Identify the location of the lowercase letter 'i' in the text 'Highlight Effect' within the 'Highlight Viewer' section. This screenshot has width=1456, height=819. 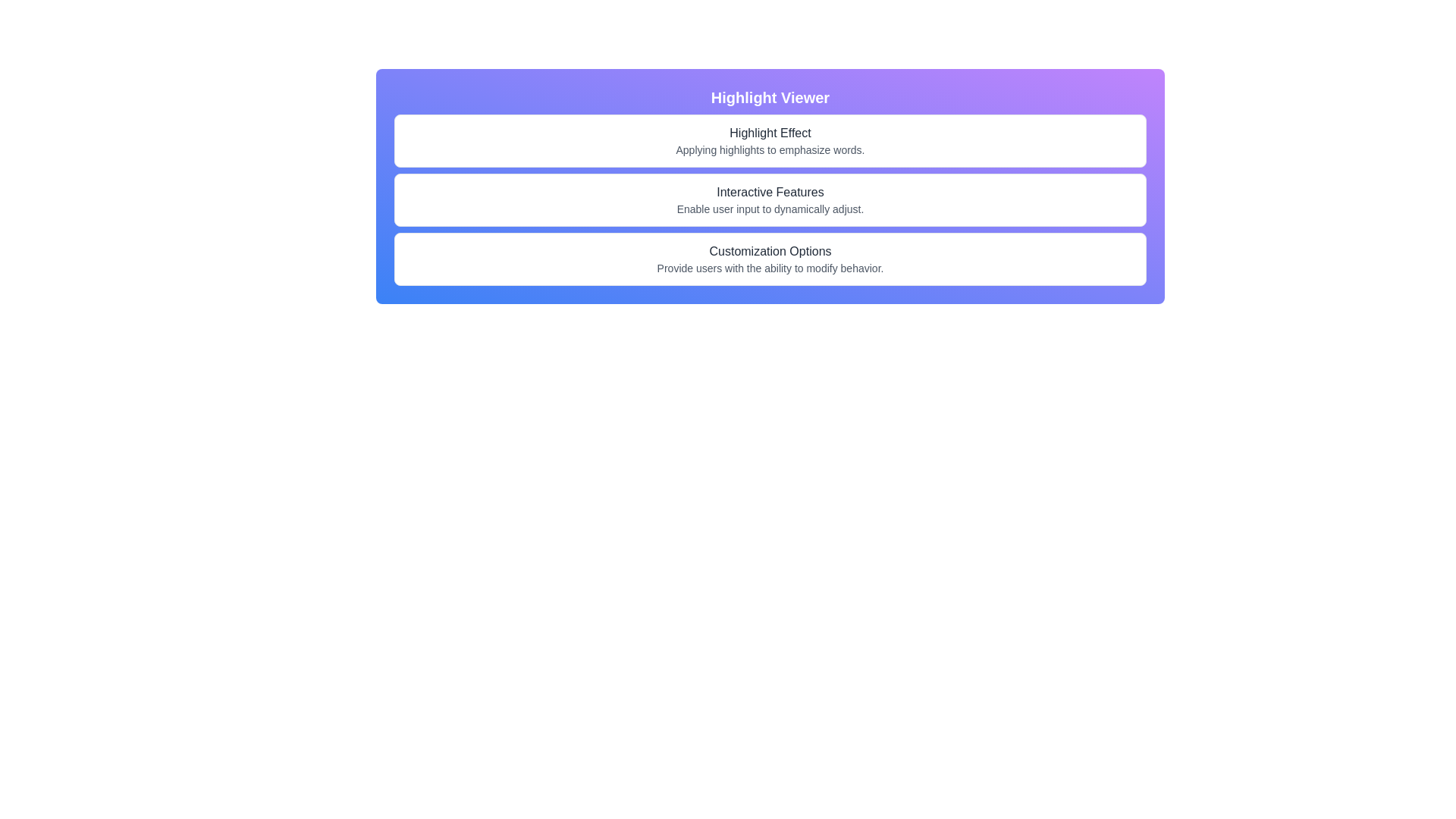
(758, 132).